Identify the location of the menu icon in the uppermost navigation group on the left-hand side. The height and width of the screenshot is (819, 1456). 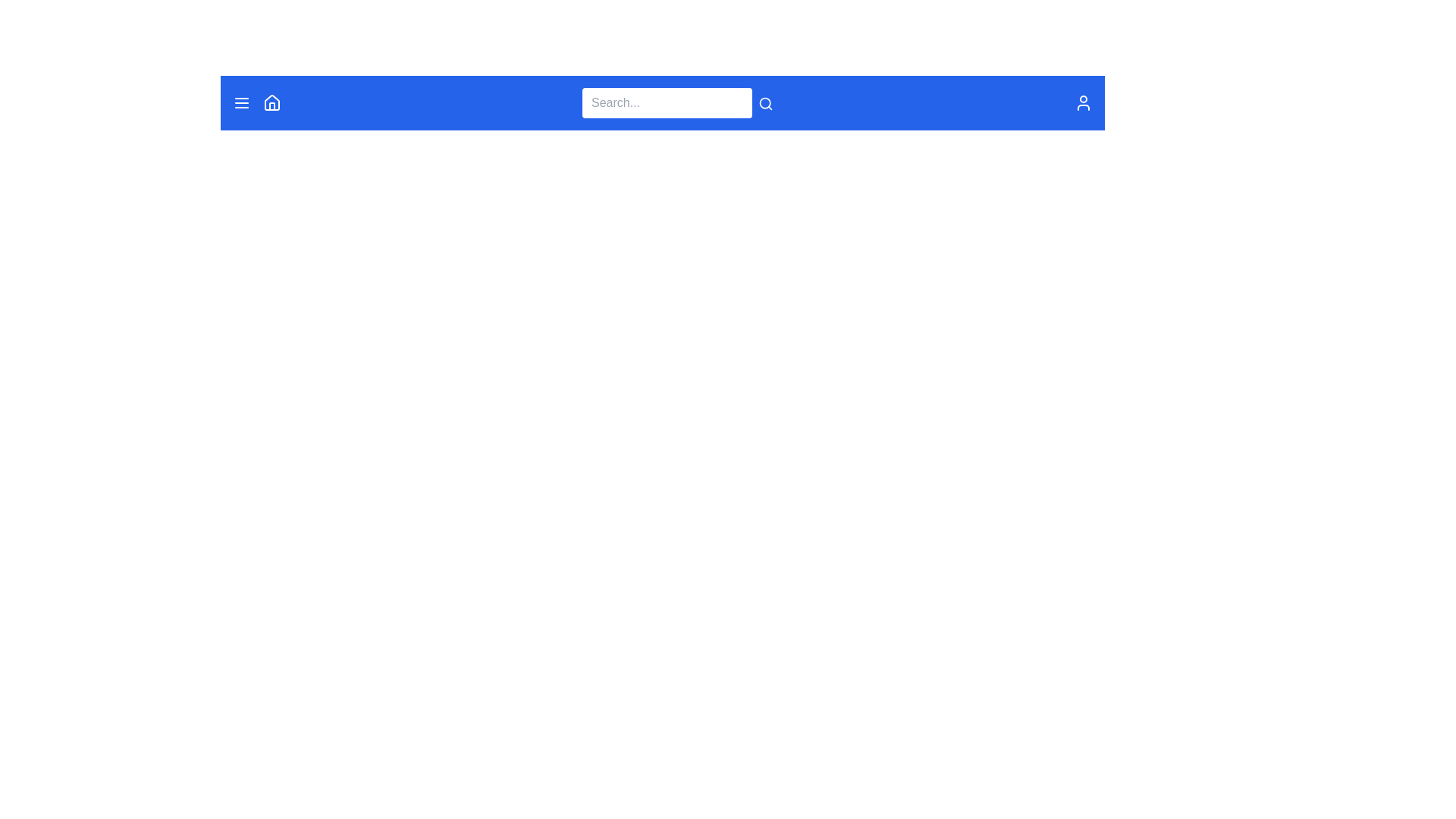
(257, 102).